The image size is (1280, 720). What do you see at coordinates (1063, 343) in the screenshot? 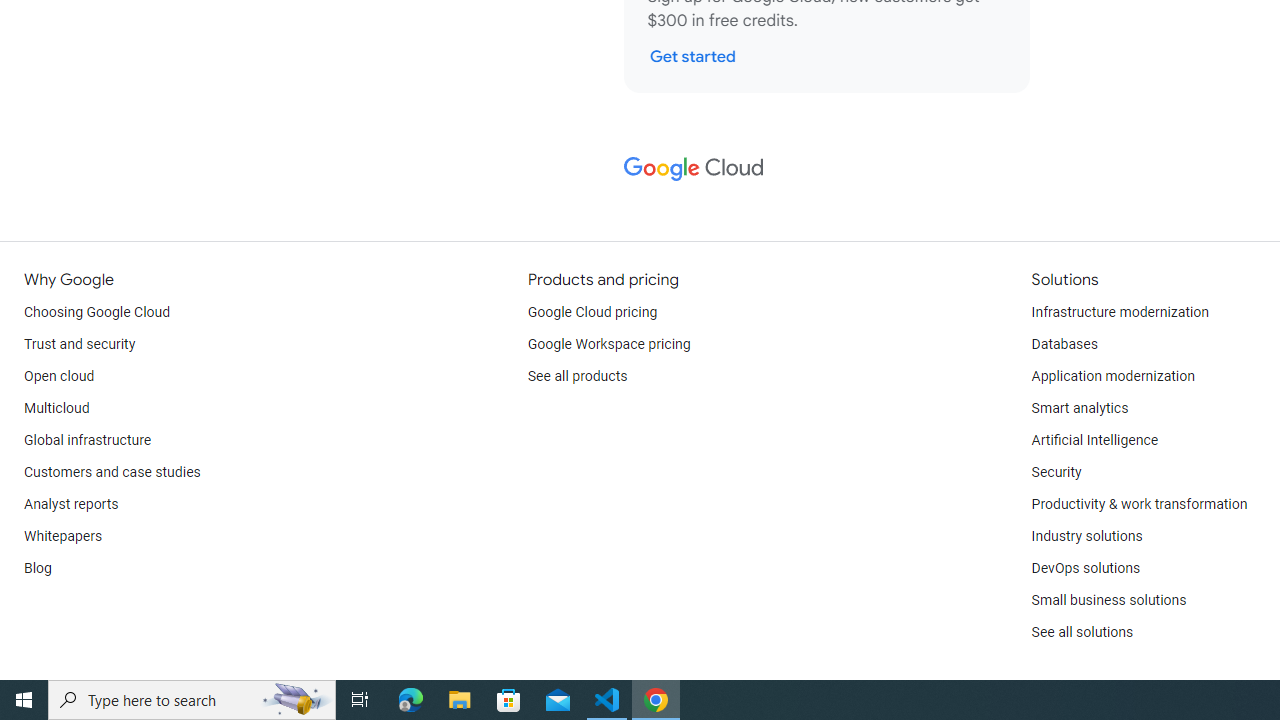
I see `'Databases'` at bounding box center [1063, 343].